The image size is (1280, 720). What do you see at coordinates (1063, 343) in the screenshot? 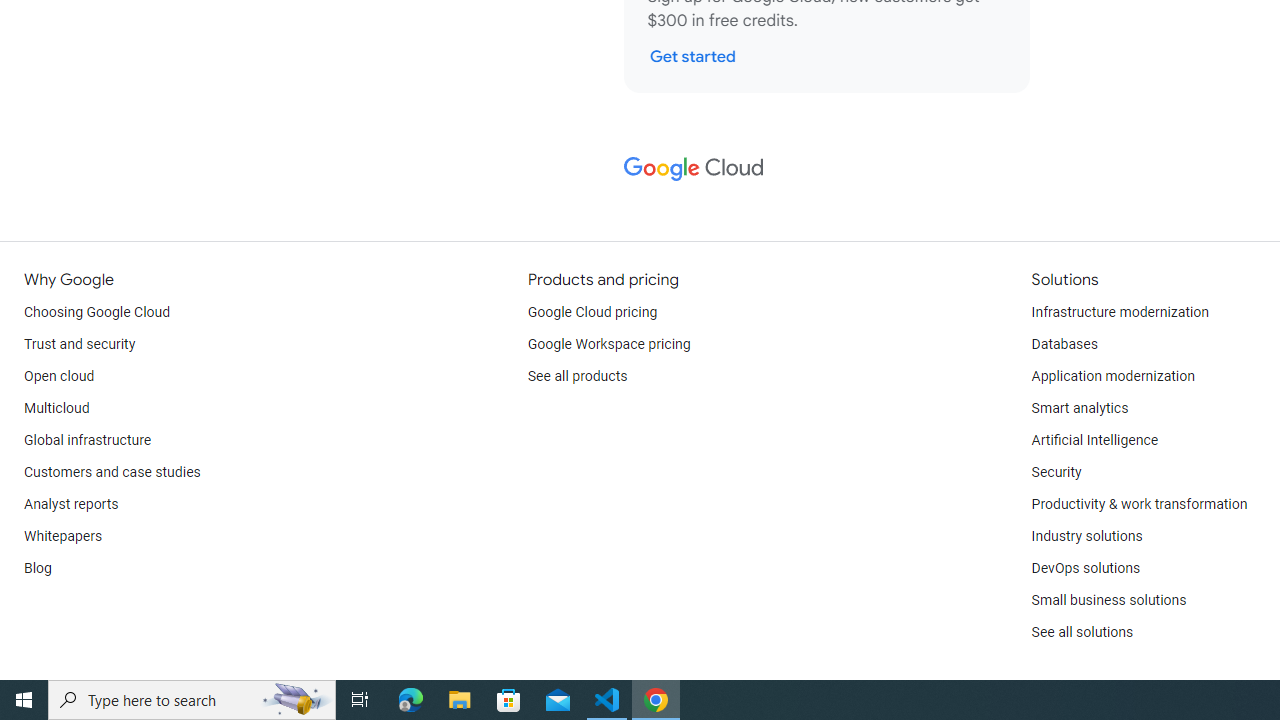
I see `'Databases'` at bounding box center [1063, 343].